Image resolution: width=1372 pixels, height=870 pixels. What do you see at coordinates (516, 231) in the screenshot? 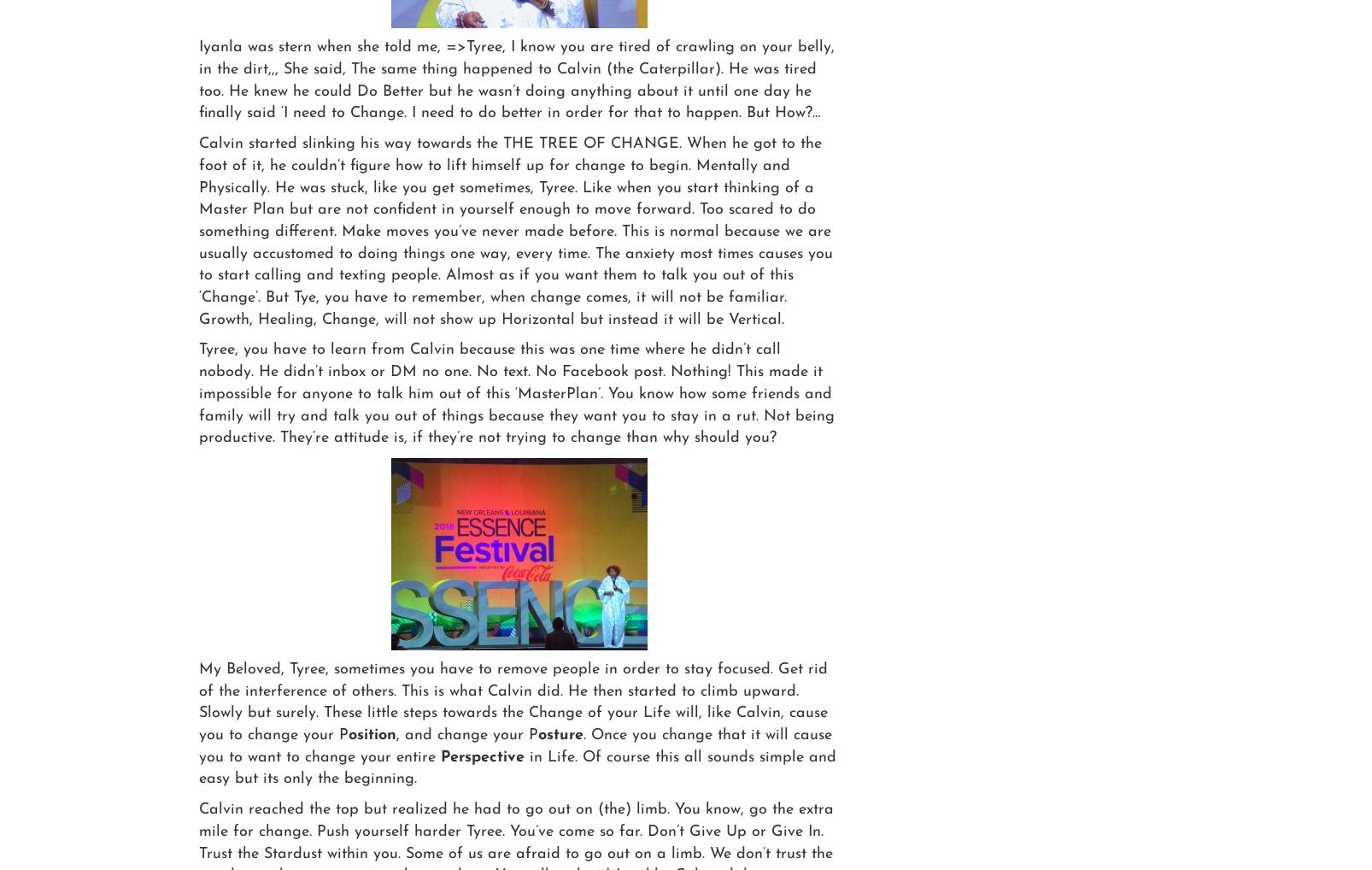
I see `'Calvin started slinking his way towards the THE TREE OF CHANGE. When he got to the foot of it, he couldn’t figure how to lift himself up for change to begin. Mentally and Physically. He was stuck, like you get sometimes, Tyree. Like when you start thinking of a Master Plan but are not confident in yourself enough to move forward. Too scared to do something different. Make moves you’ve never made before. This is normal because we are usually accustomed to doing things one way, every time. The anxiety most times causes you to start calling and texting people. Almost as if you want them to talk you out of this ‘Change’. But Tye, you have to remember, when change comes, it will not be familiar. Growth, Healing, Change, will not show up Horizontal but instead it will be Vertical.'` at bounding box center [516, 231].